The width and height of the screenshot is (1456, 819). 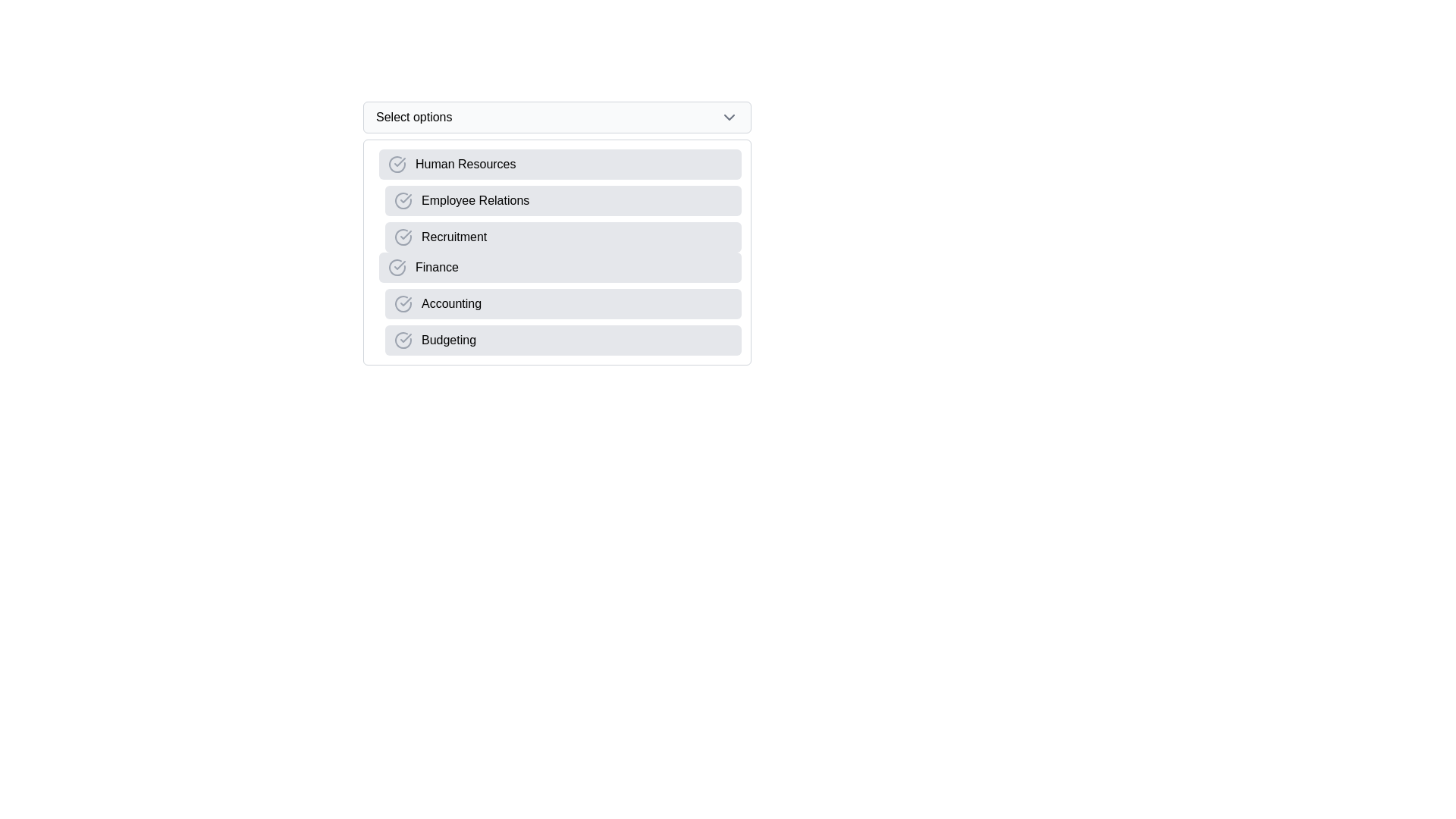 What do you see at coordinates (403, 339) in the screenshot?
I see `the SVG-based checkmark icon representing the selection status of the 'Budgeting' option, located within the sixth list item of the vertical selectable options` at bounding box center [403, 339].